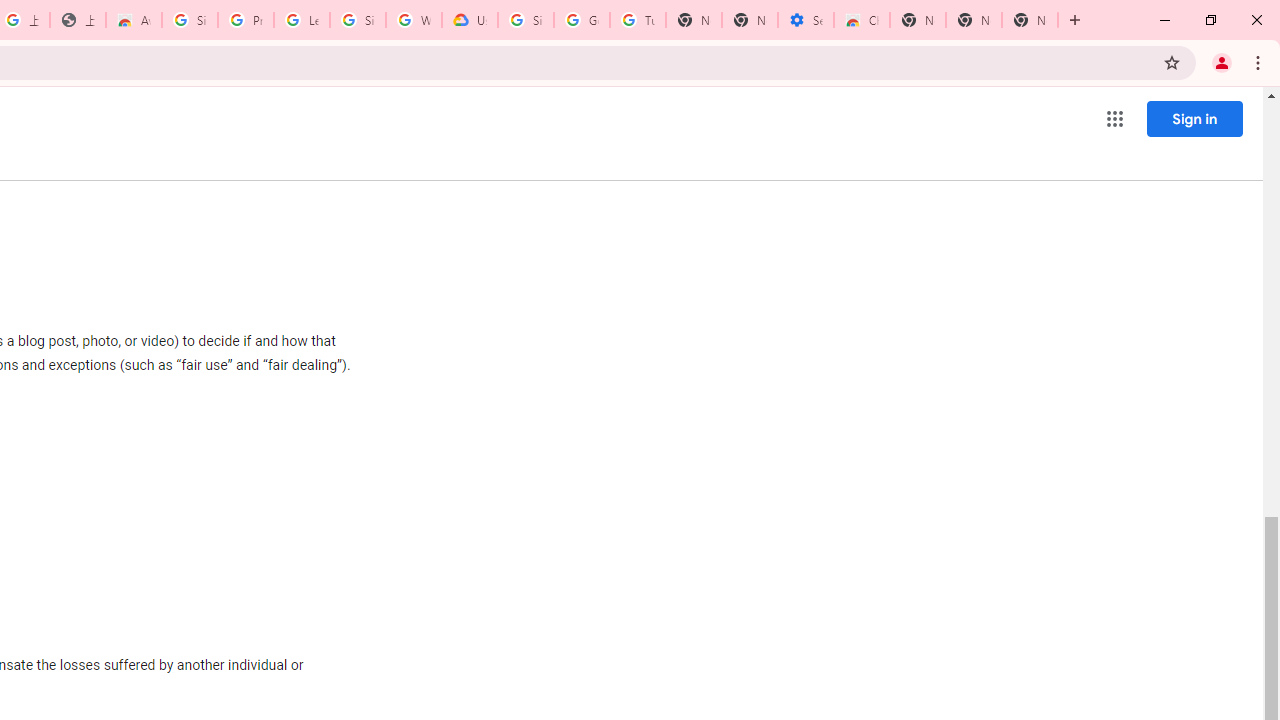 The image size is (1280, 720). I want to click on 'Chrome Web Store - Accessibility extensions', so click(862, 20).